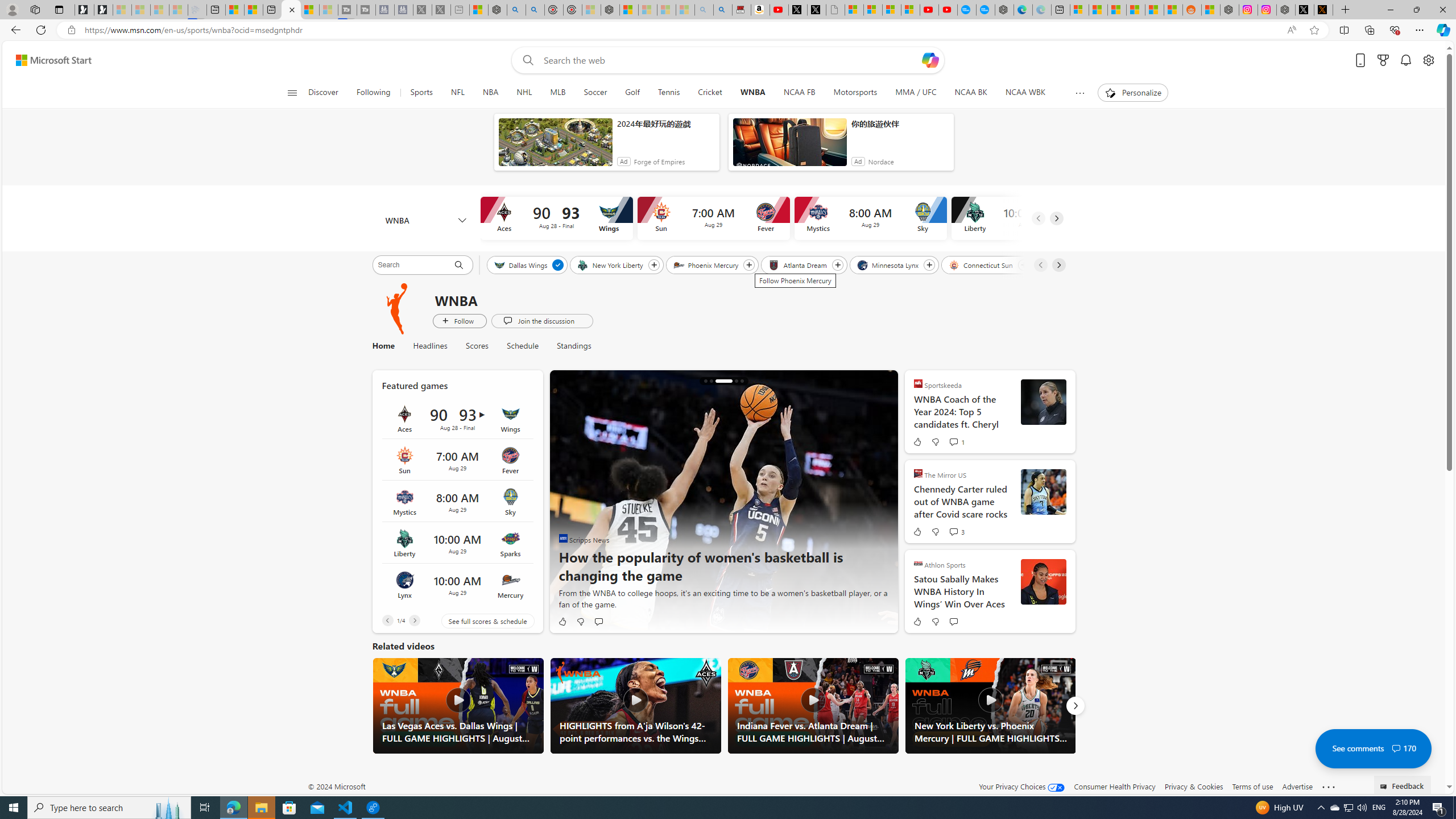 The height and width of the screenshot is (819, 1456). I want to click on 'Cricket', so click(709, 92).